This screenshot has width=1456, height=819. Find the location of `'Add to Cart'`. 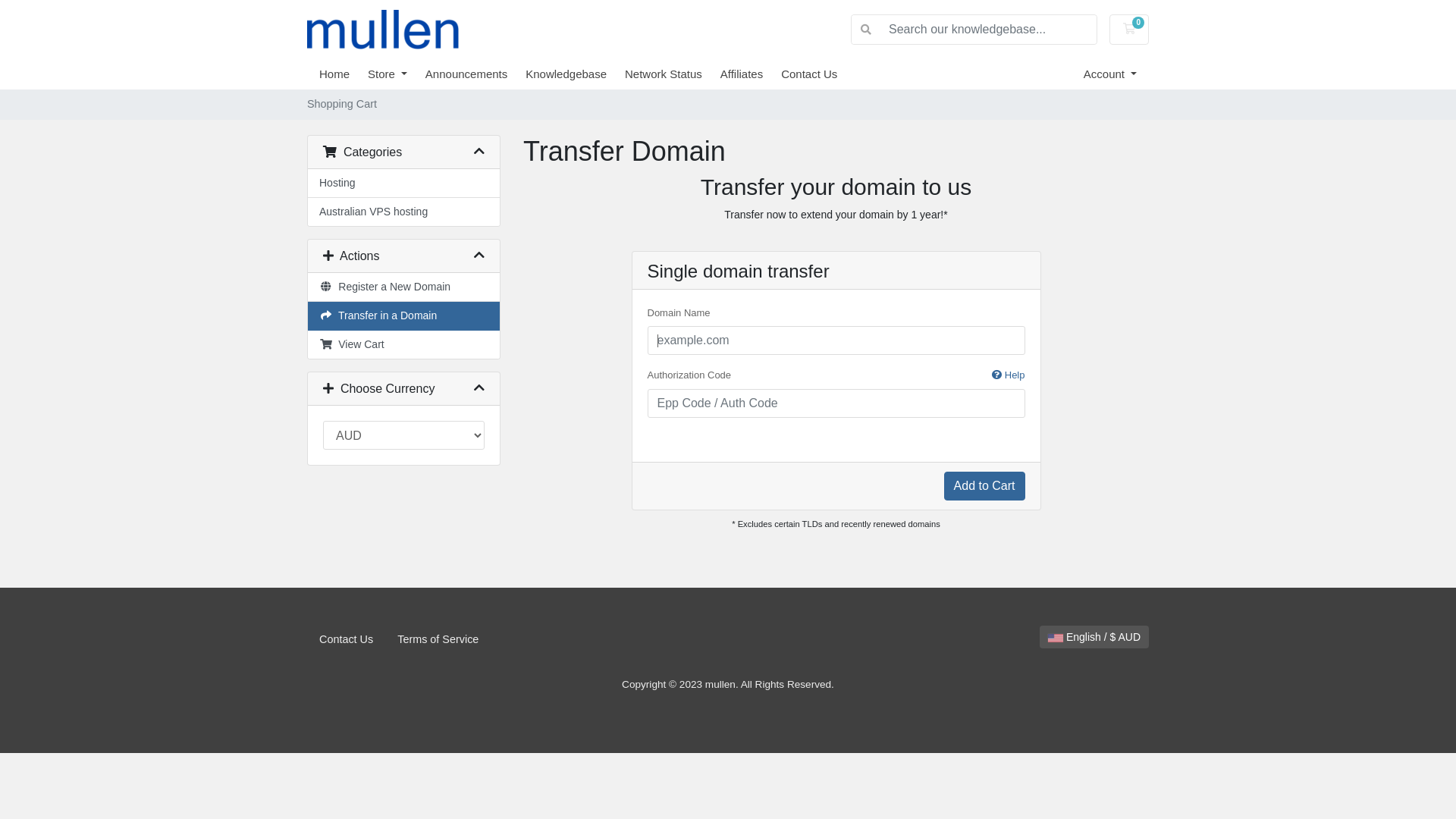

'Add to Cart' is located at coordinates (943, 485).